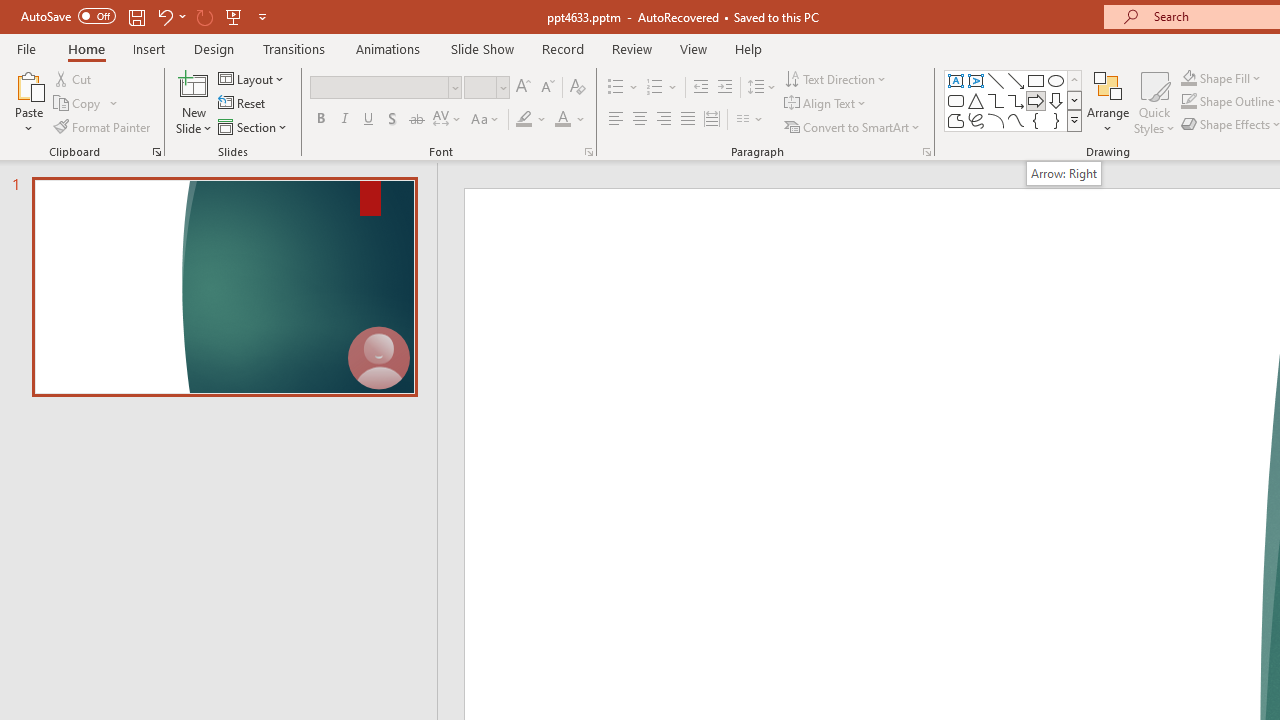 The height and width of the screenshot is (720, 1280). What do you see at coordinates (320, 119) in the screenshot?
I see `'Bold'` at bounding box center [320, 119].